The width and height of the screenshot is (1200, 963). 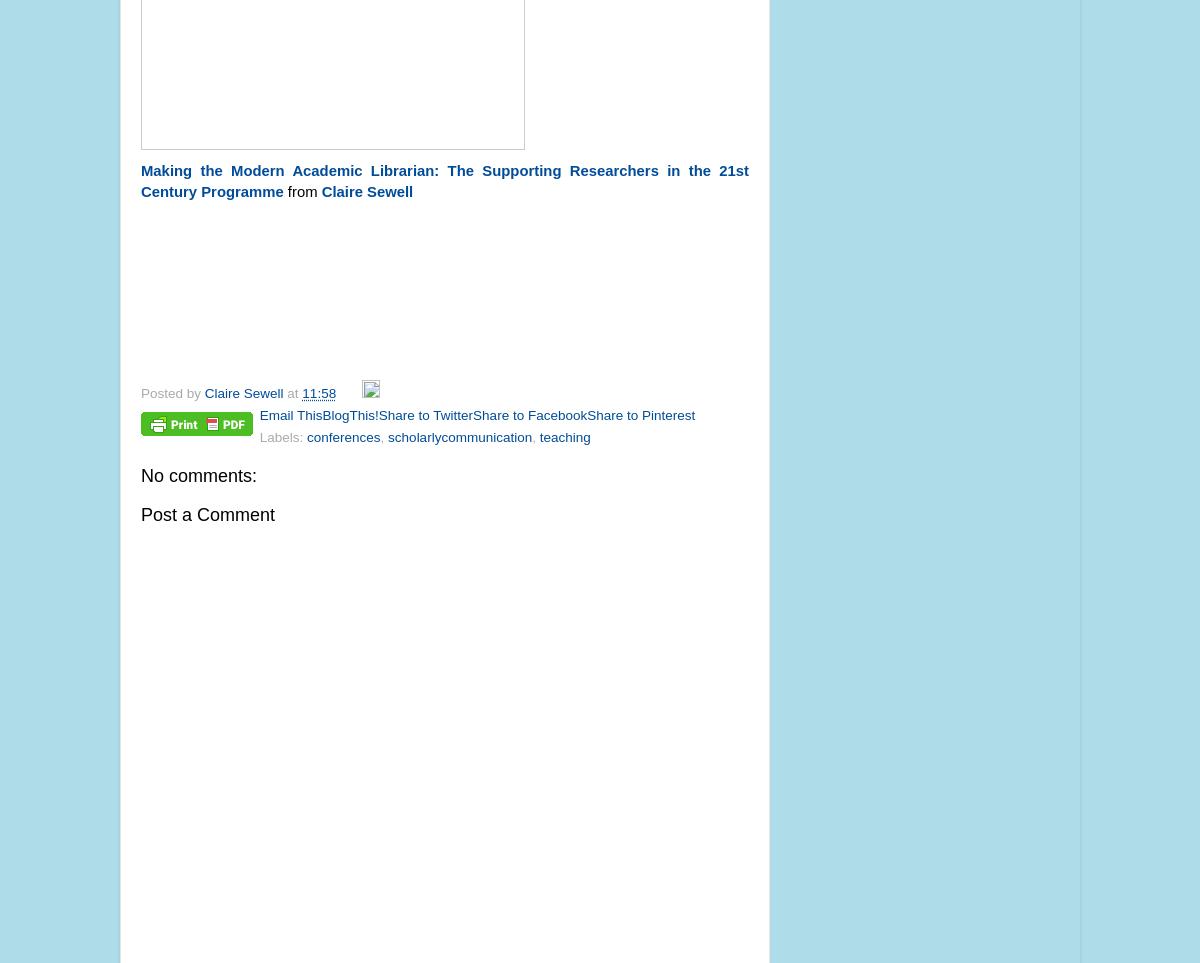 What do you see at coordinates (378, 414) in the screenshot?
I see `'Share to Twitter'` at bounding box center [378, 414].